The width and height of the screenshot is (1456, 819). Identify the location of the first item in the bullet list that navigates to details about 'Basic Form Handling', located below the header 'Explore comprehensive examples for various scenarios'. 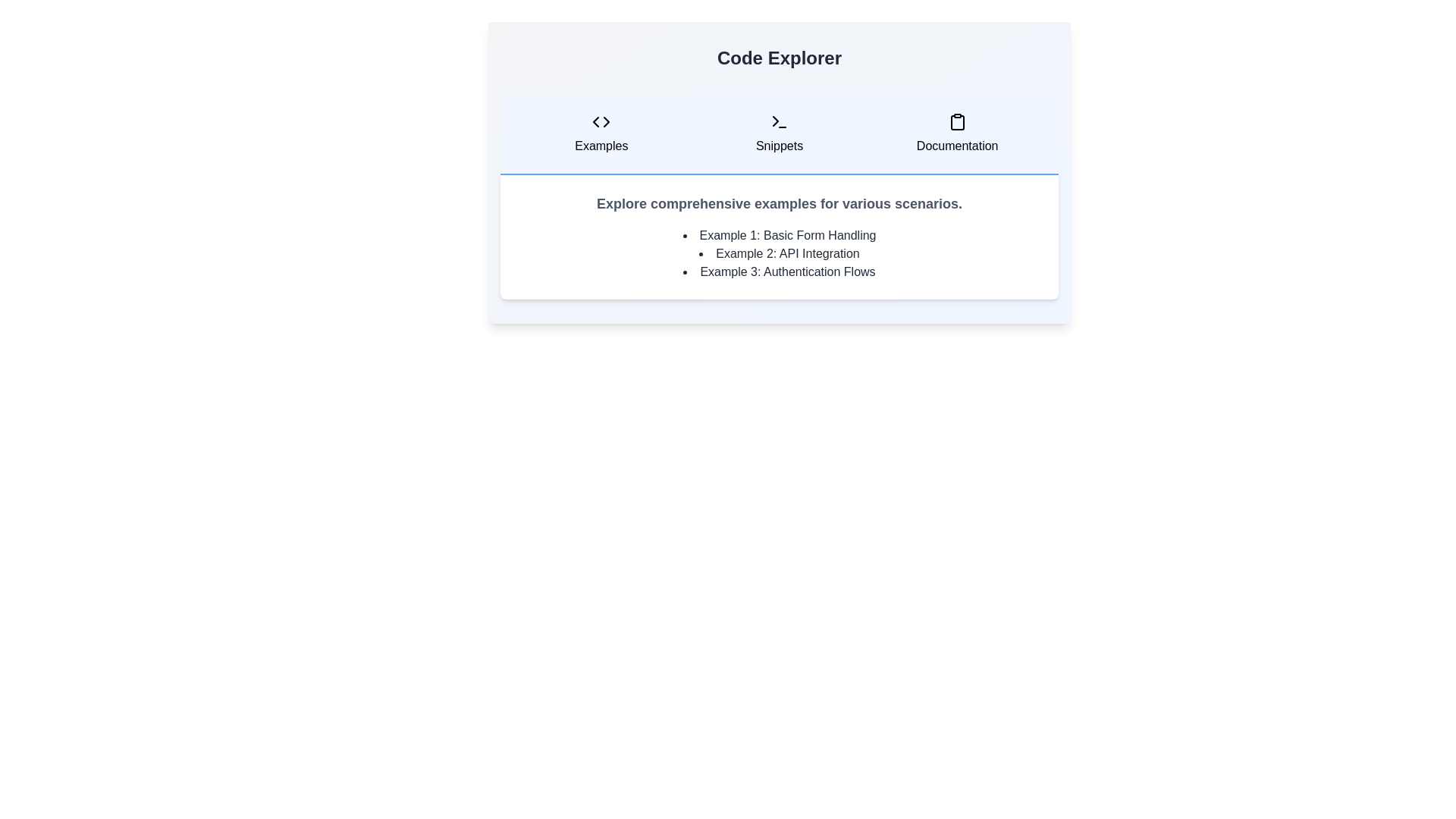
(779, 236).